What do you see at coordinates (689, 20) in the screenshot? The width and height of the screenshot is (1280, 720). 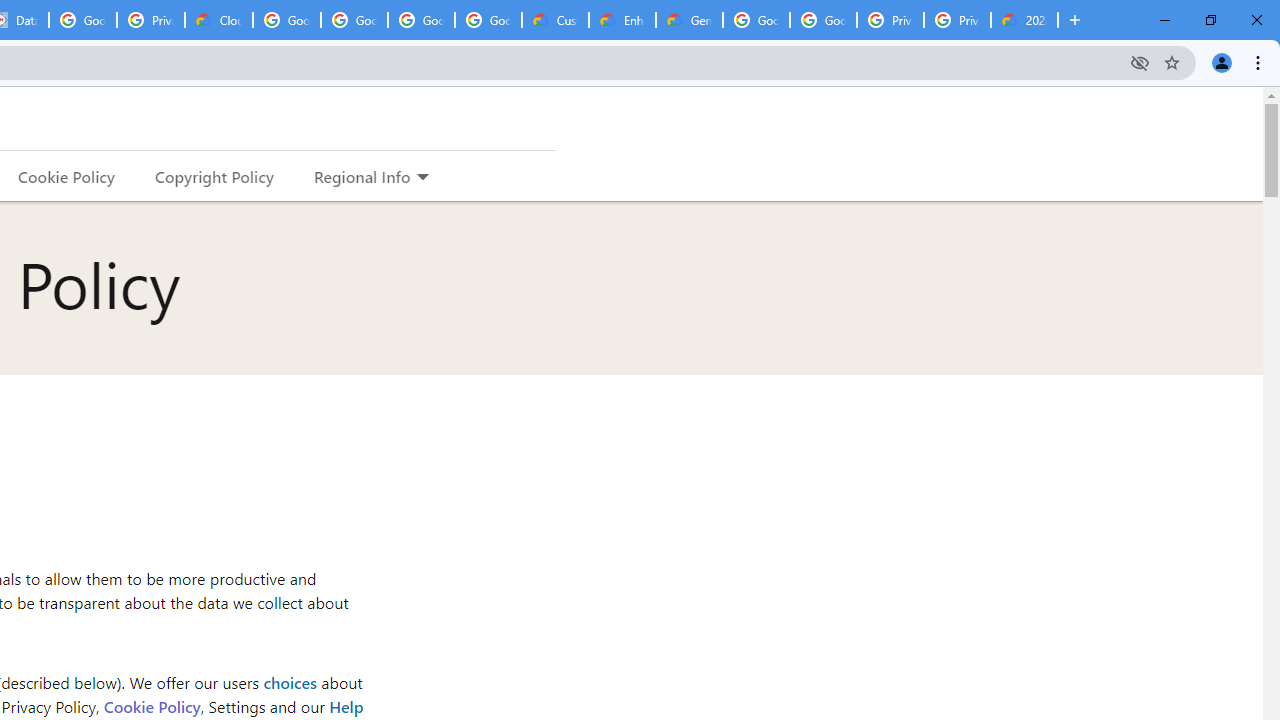 I see `'Gemini for Business and Developers | Google Cloud'` at bounding box center [689, 20].